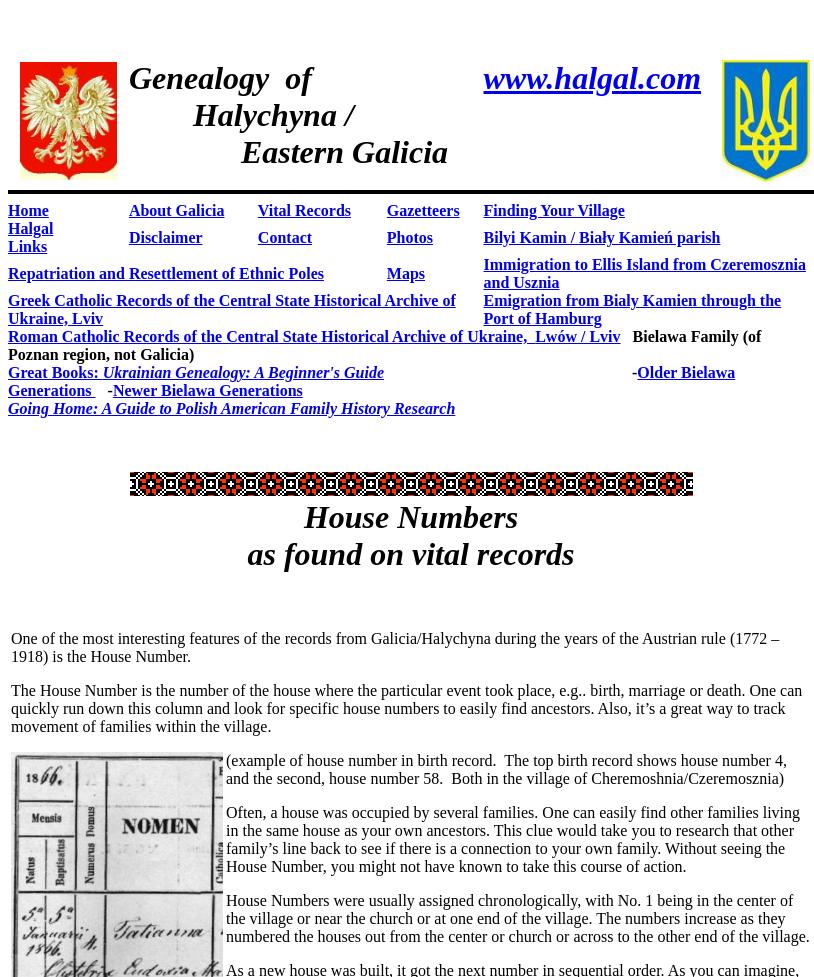 Image resolution: width=814 pixels, height=977 pixels. I want to click on 'Older Bielawa Generations', so click(371, 381).